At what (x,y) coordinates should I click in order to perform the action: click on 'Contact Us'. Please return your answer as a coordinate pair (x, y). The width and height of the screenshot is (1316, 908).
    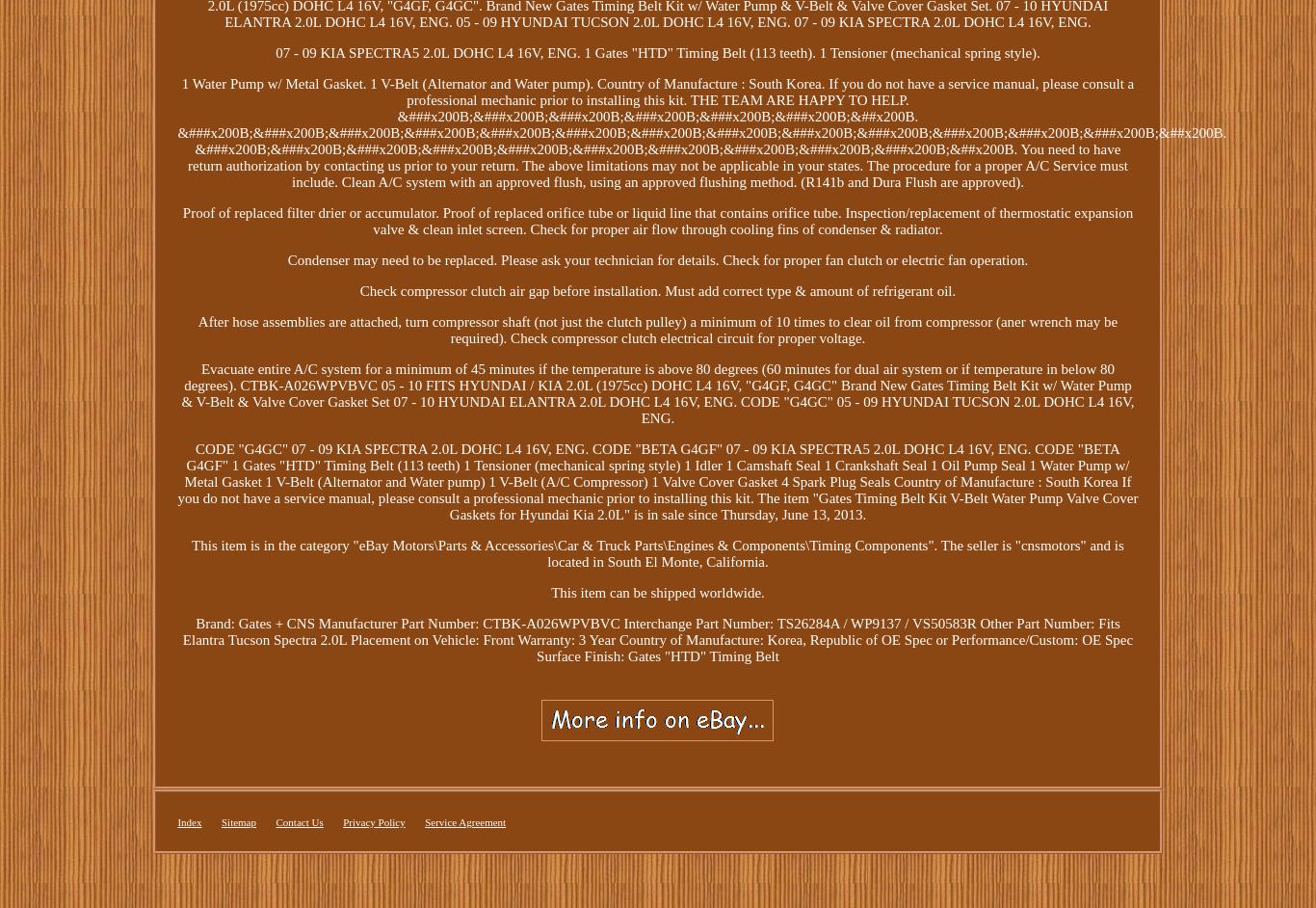
    Looking at the image, I should click on (299, 821).